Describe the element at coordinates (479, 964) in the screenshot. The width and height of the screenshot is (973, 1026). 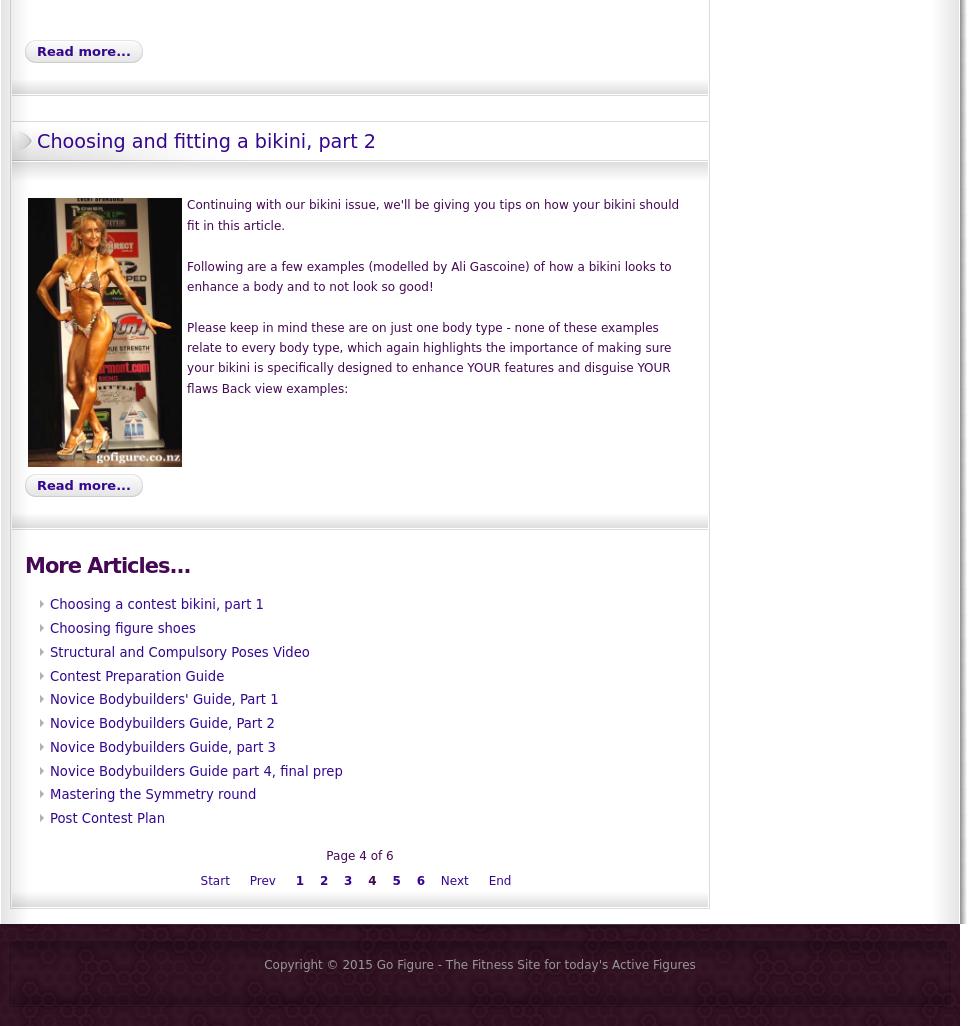
I see `'Copyright © 2015 Go Figure - The Fitness Site for today's Active Figures'` at that location.